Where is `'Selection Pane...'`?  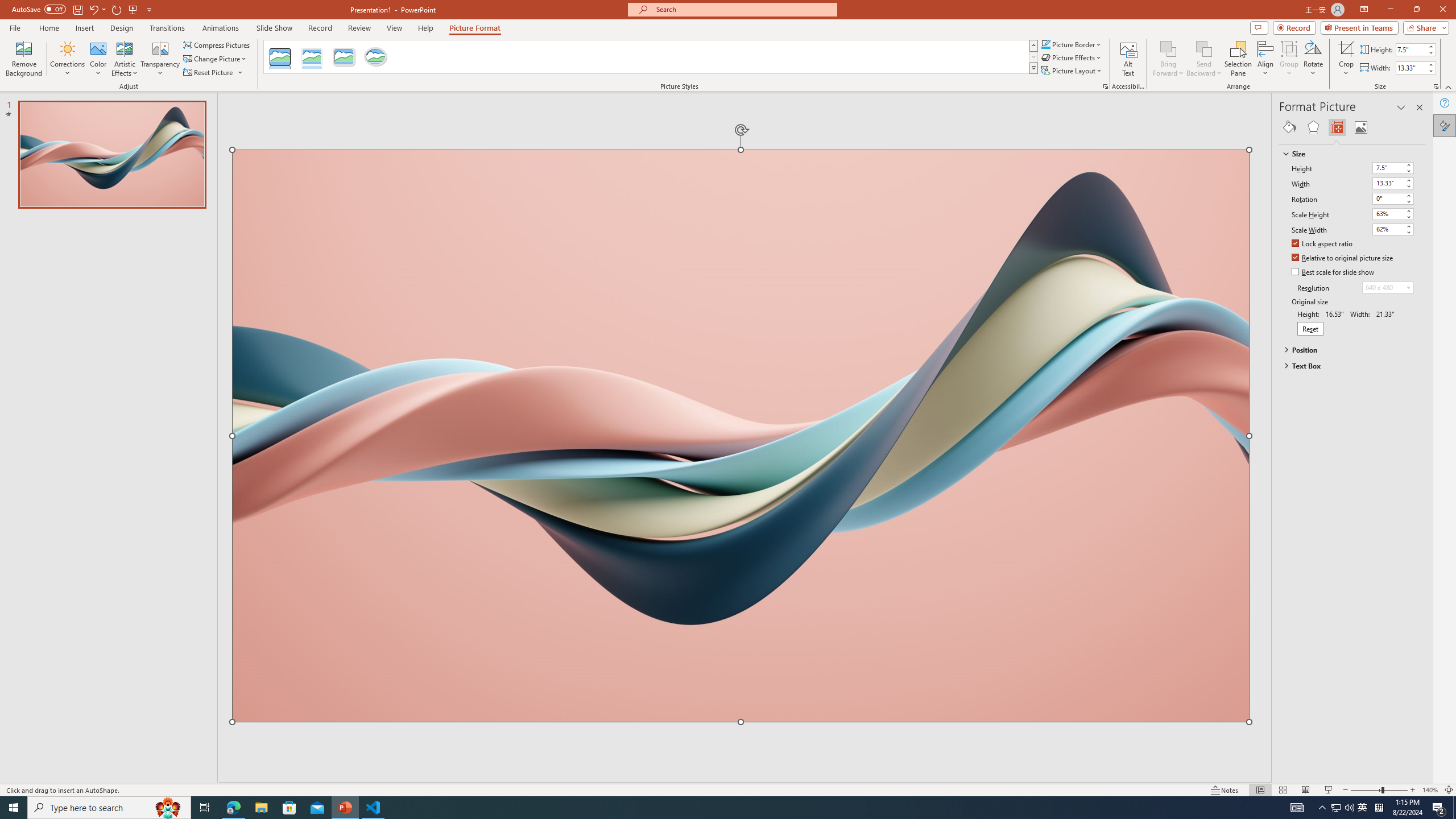
'Selection Pane...' is located at coordinates (1238, 59).